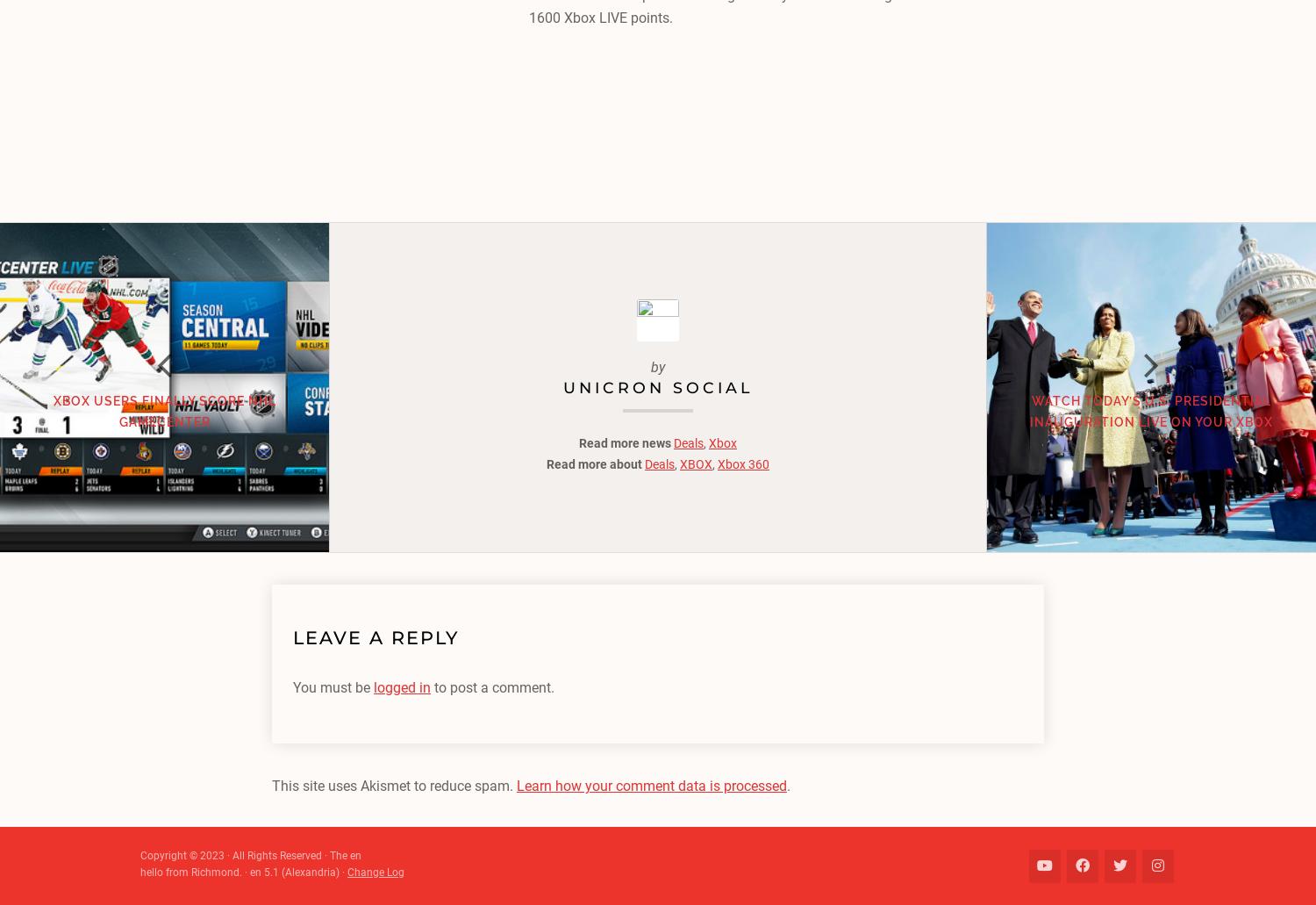 The image size is (1316, 905). What do you see at coordinates (650, 786) in the screenshot?
I see `'Learn how your comment data is processed'` at bounding box center [650, 786].